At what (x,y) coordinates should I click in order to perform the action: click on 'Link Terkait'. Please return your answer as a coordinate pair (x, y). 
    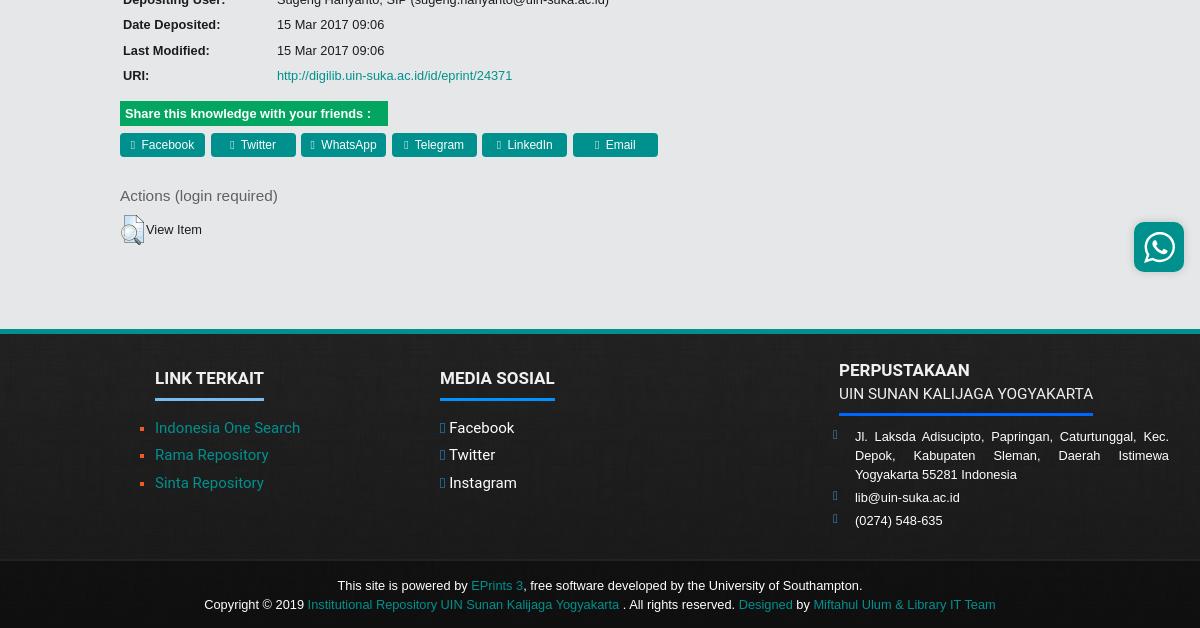
    Looking at the image, I should click on (208, 375).